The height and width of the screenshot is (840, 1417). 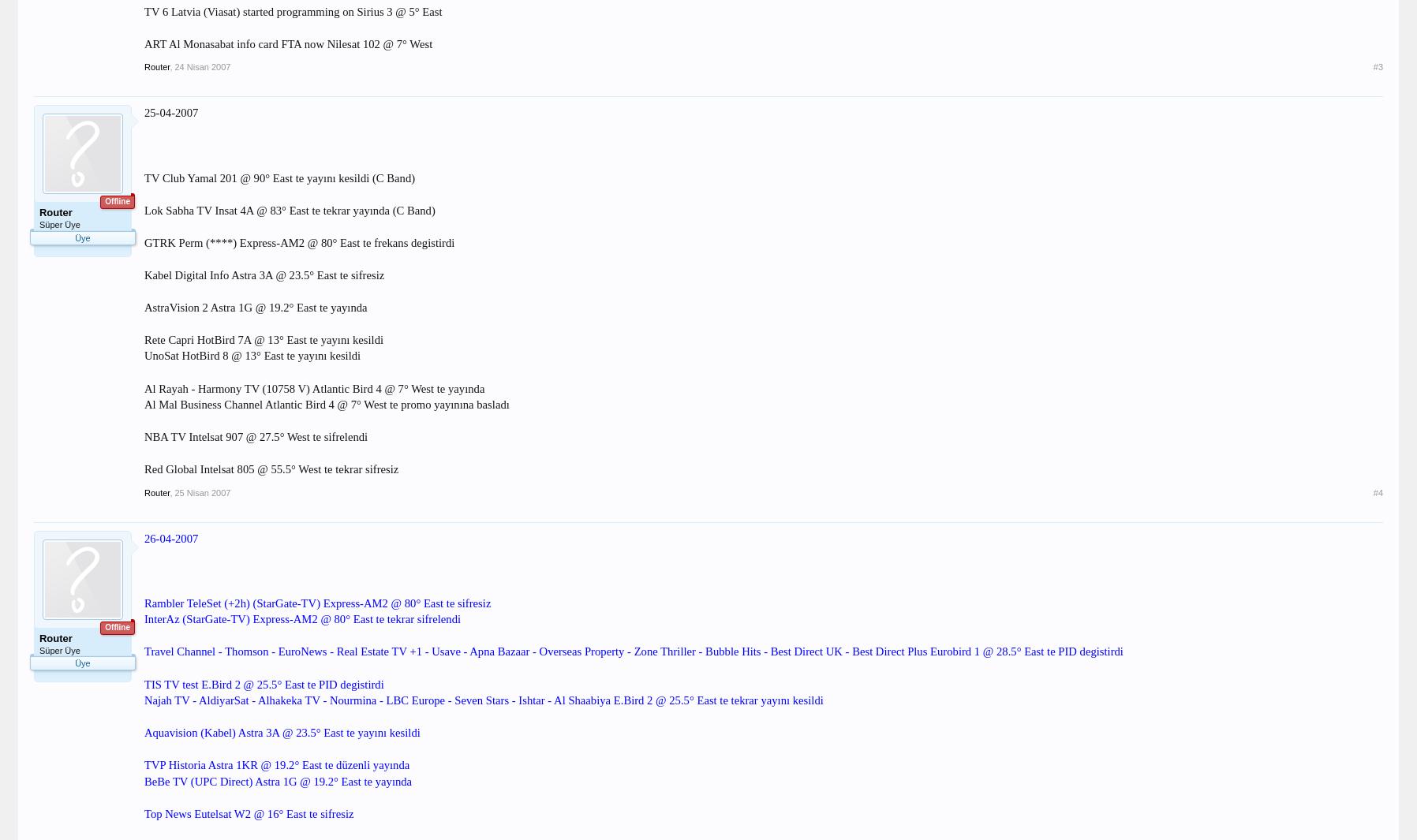 What do you see at coordinates (255, 306) in the screenshot?
I see `'AstraVision 2 Astra 1G @ 19.2° East te yayında'` at bounding box center [255, 306].